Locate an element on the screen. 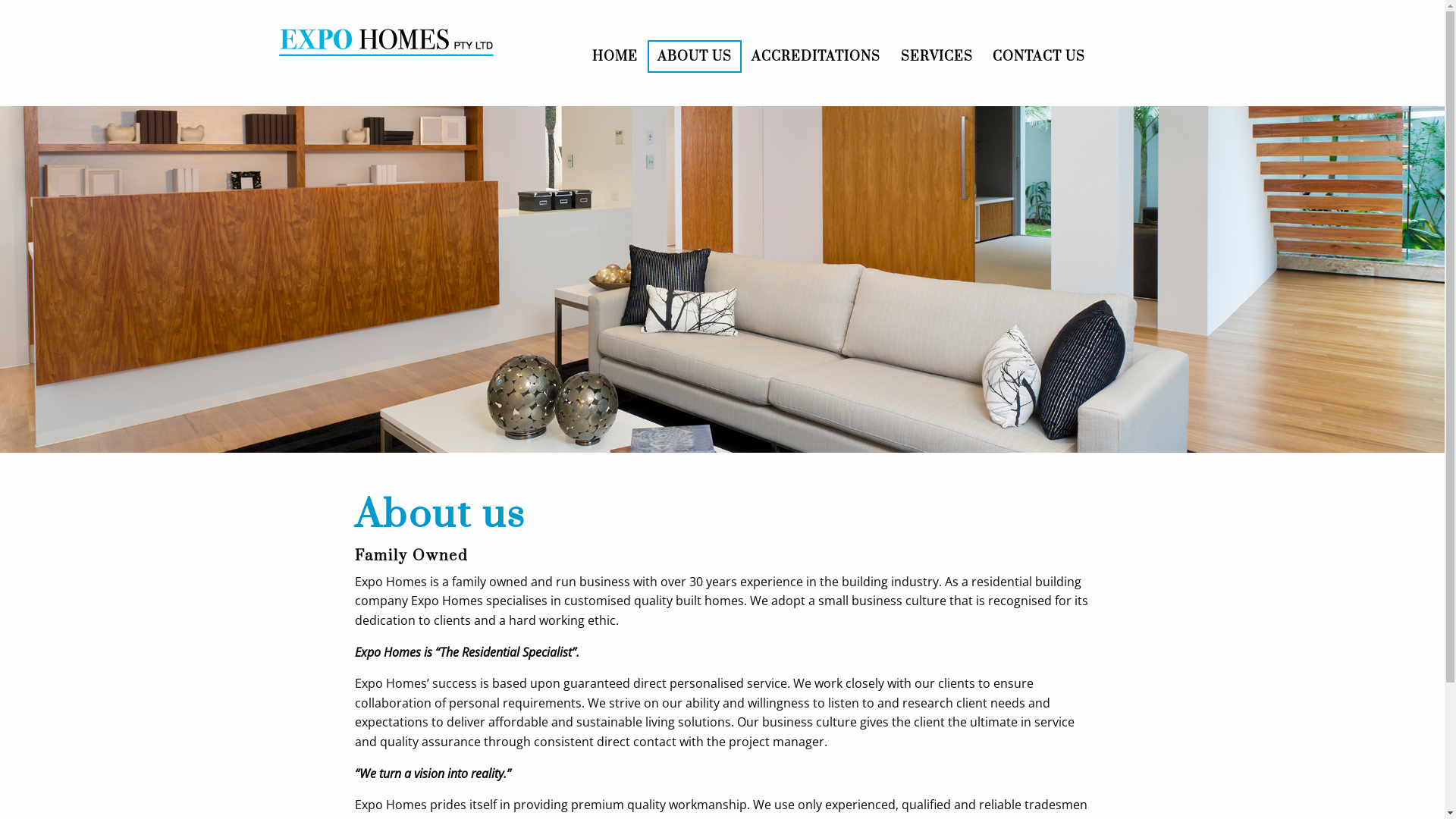 The image size is (1456, 819). 'CONTACT US' is located at coordinates (1037, 55).